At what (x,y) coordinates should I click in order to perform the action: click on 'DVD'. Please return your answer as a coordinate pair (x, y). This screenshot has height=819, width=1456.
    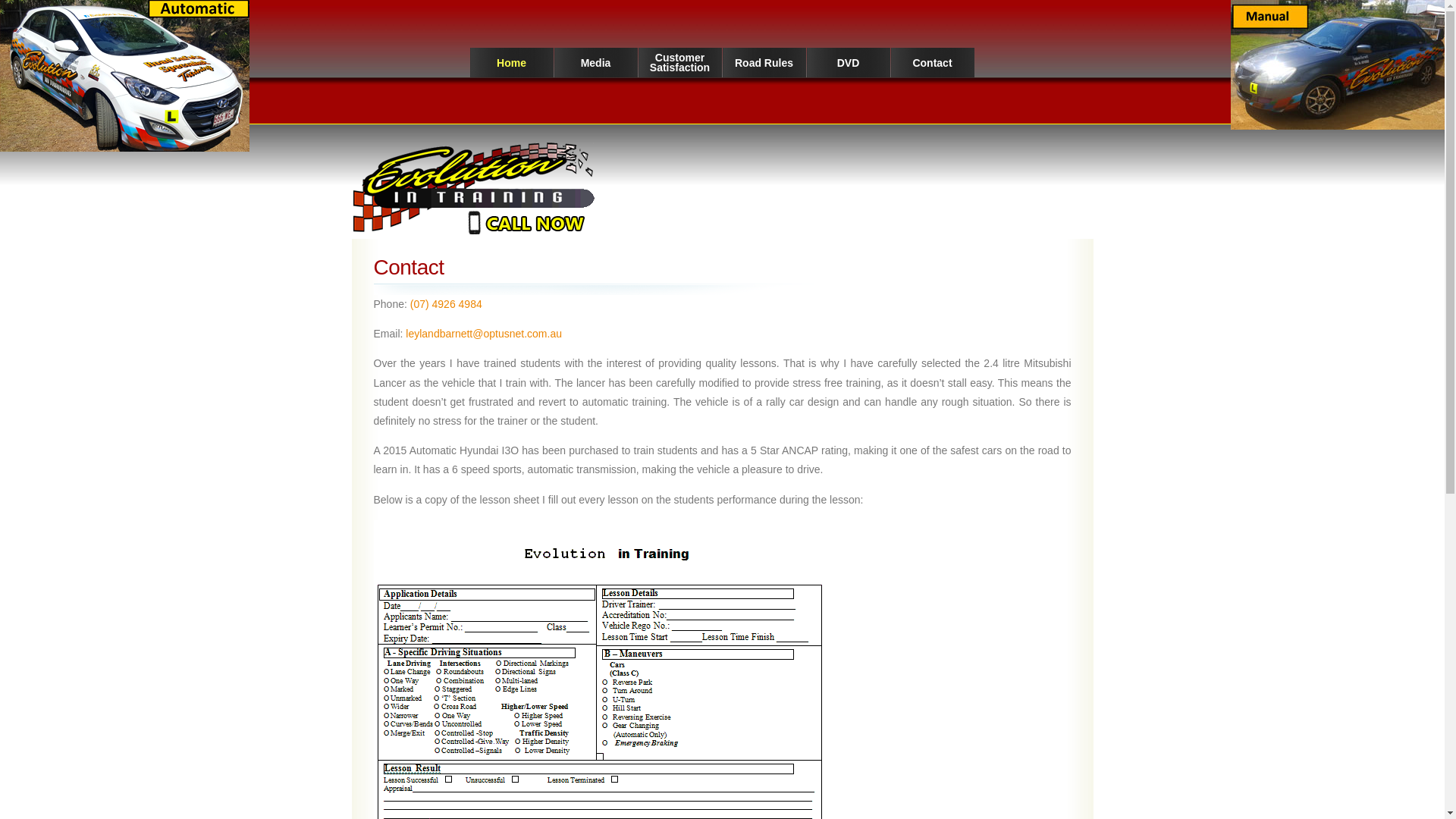
    Looking at the image, I should click on (847, 63).